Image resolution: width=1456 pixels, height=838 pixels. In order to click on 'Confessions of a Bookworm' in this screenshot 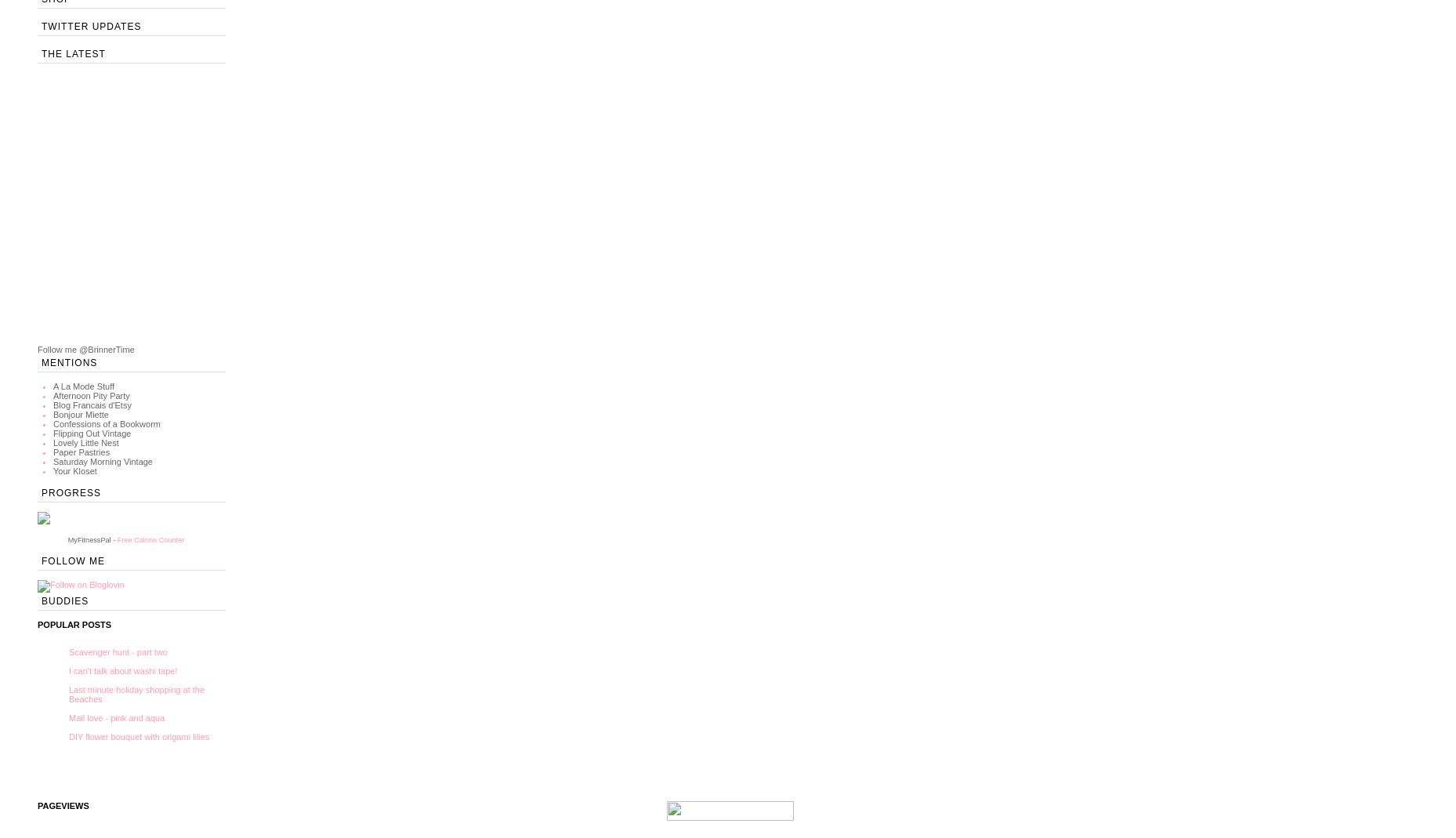, I will do `click(107, 424)`.